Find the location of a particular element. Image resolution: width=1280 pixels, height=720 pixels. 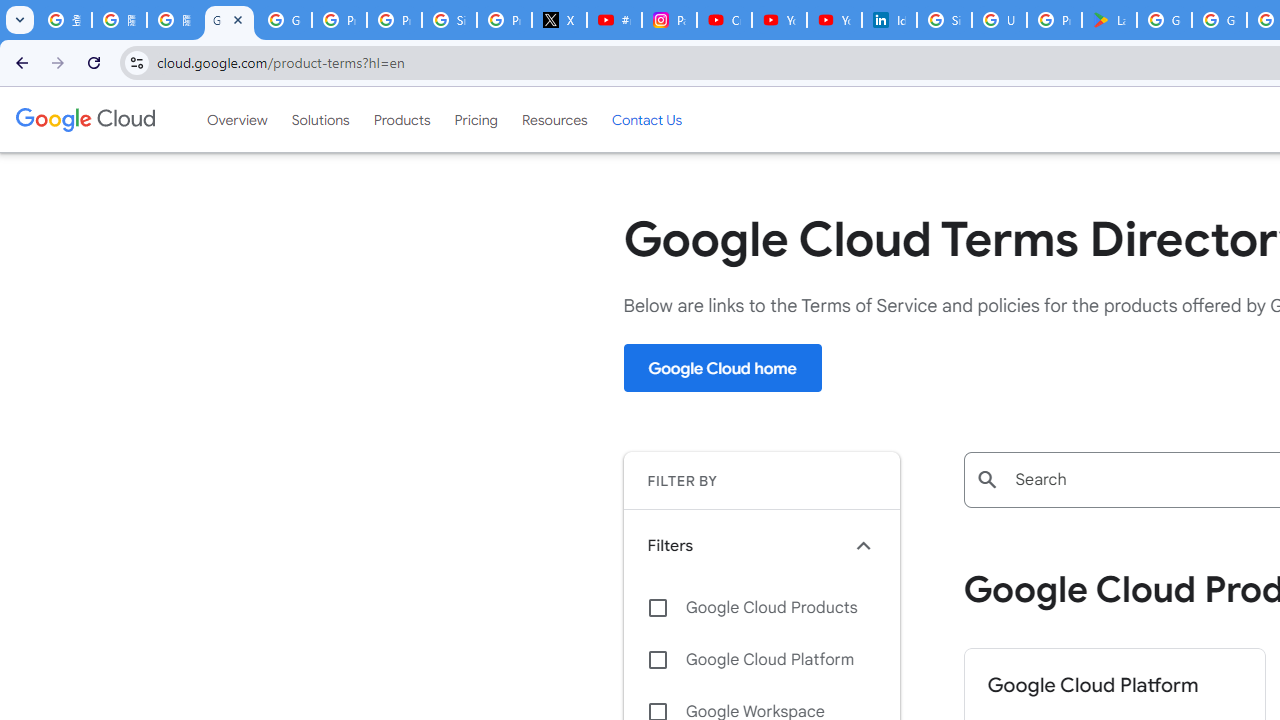

'Google Cloud Terms Directory | Google Cloud' is located at coordinates (229, 20).